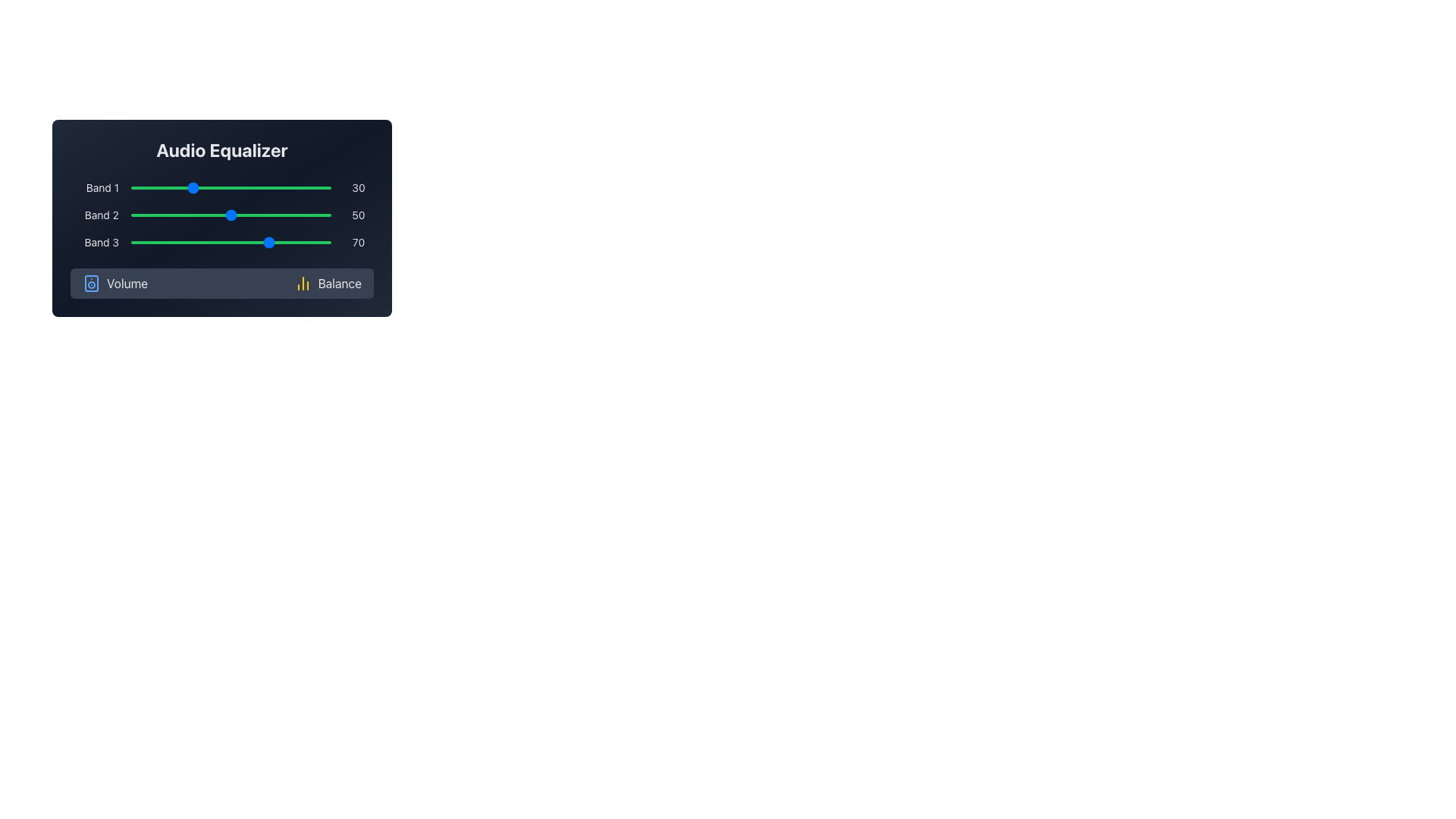  Describe the element at coordinates (358, 187) in the screenshot. I see `the Text Label displaying the current value (30) for the audio equalizer slider associated with 'Band 1', which is positioned to the right of the slider` at that location.